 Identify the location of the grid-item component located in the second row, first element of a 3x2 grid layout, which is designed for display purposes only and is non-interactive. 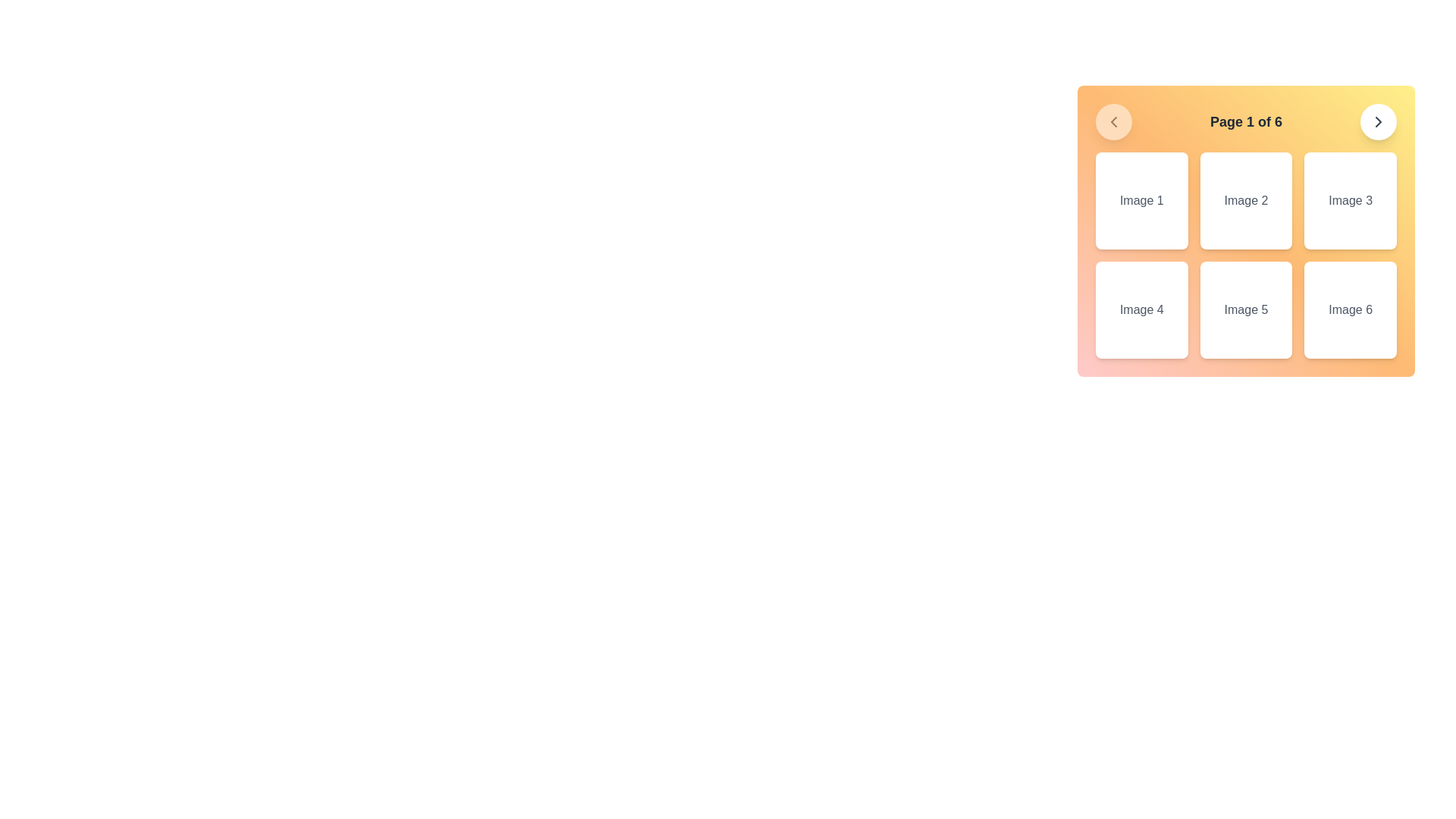
(1141, 309).